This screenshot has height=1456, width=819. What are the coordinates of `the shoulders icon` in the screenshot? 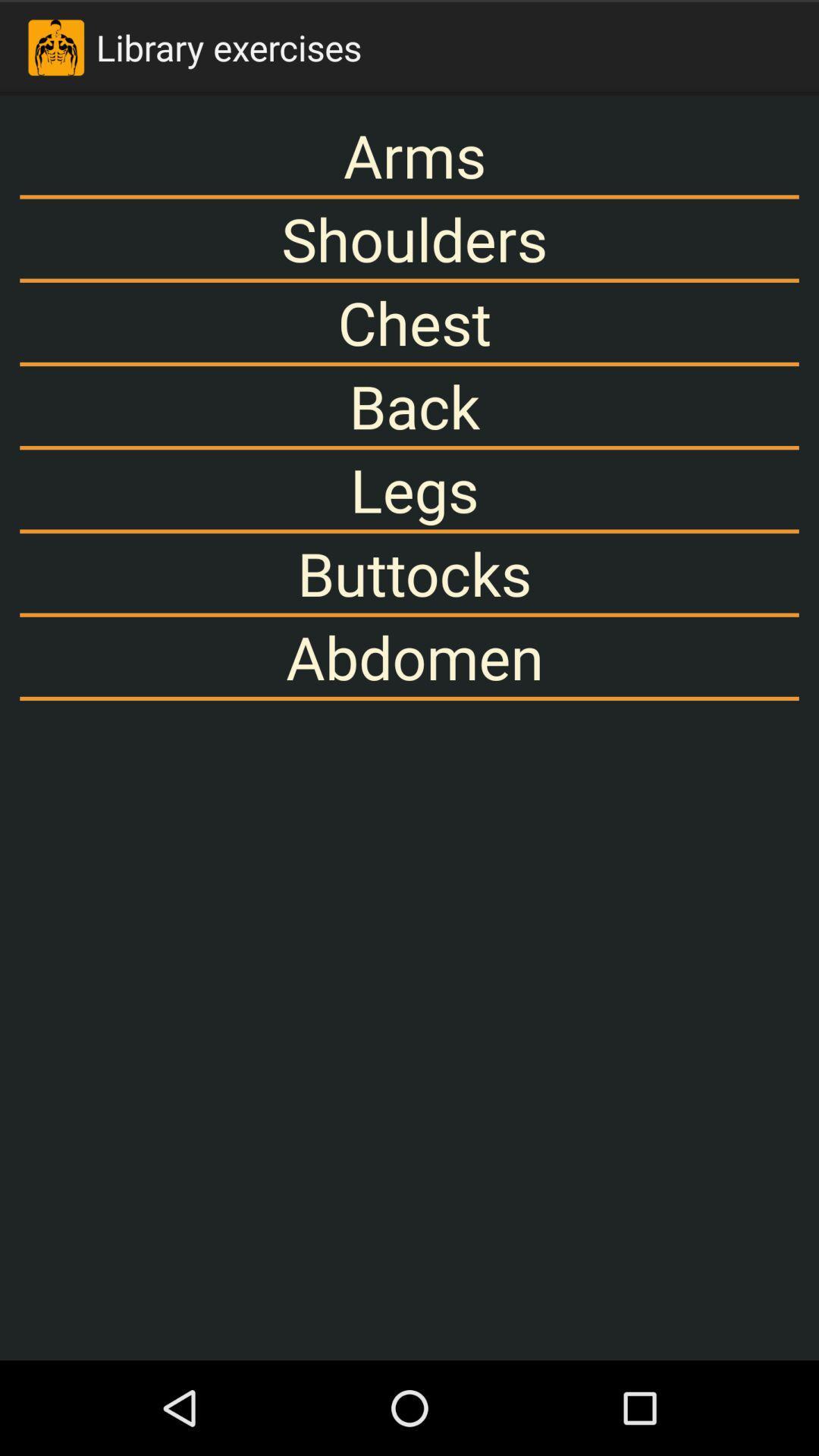 It's located at (409, 238).